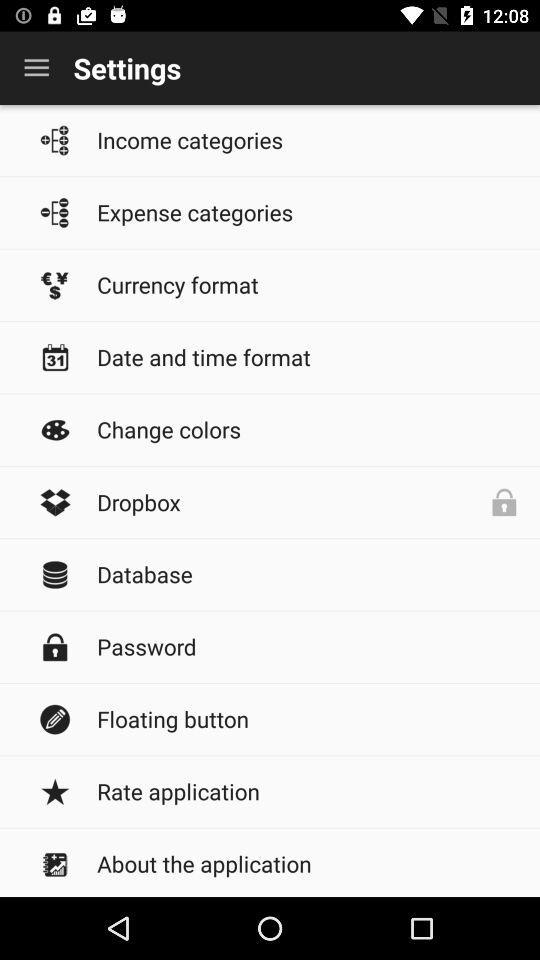 Image resolution: width=540 pixels, height=960 pixels. Describe the element at coordinates (308, 212) in the screenshot. I see `the icon below income categories` at that location.